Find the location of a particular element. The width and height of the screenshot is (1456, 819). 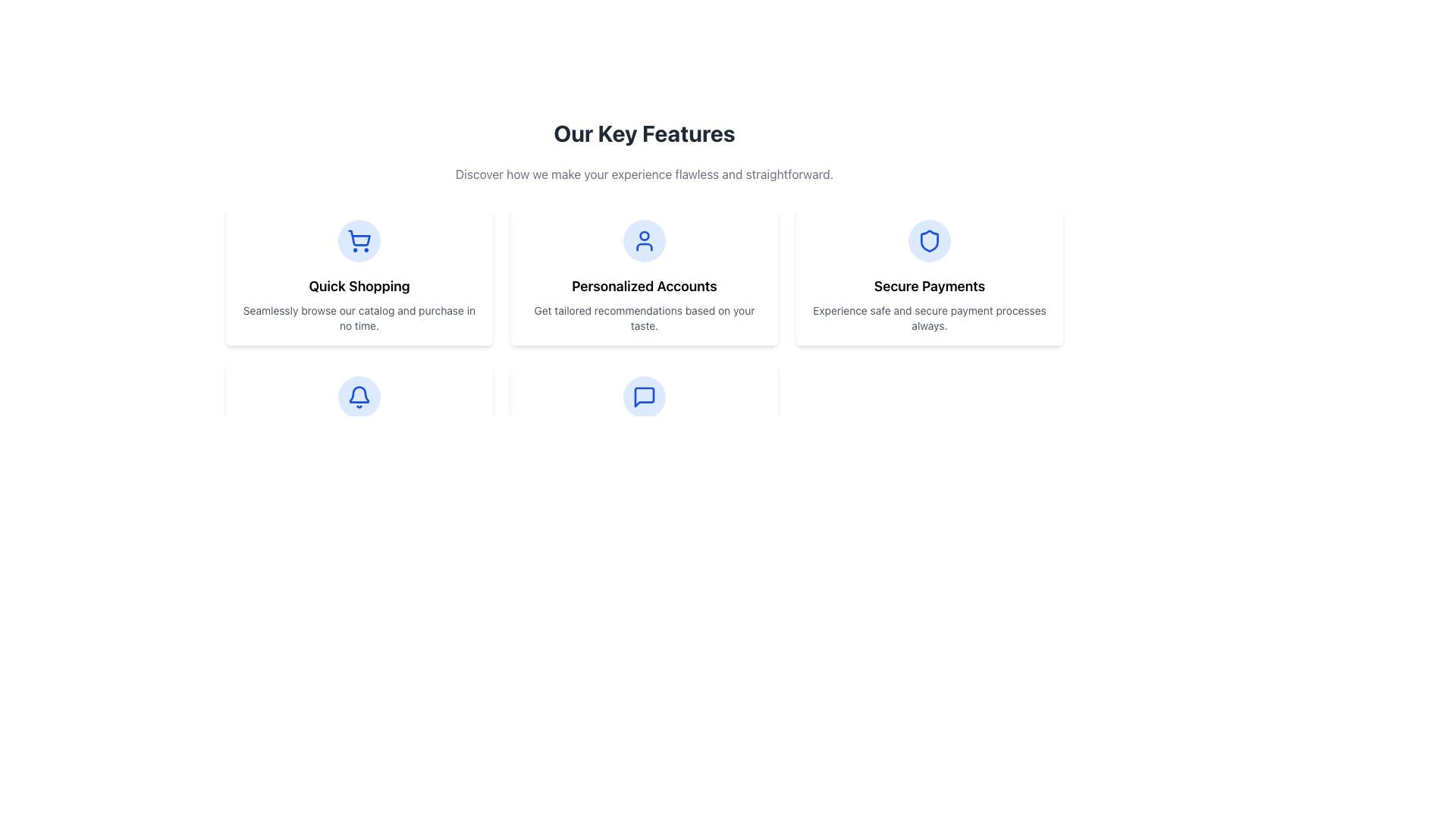

static text element containing the description 'Seamlessly browse our catalog and purchase in no time.' located below the 'Quick Shopping' title in the leftmost card of the feature sections is located at coordinates (359, 318).